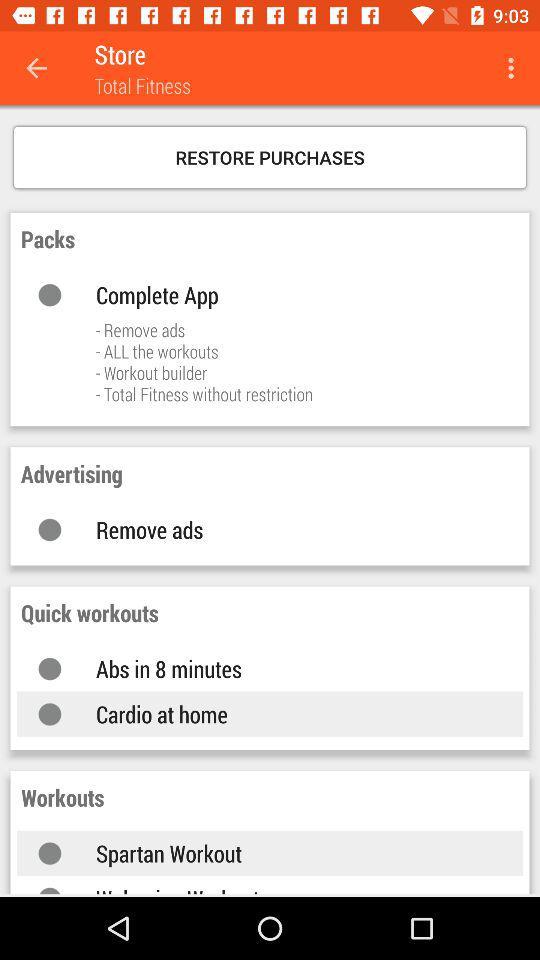 The image size is (540, 960). Describe the element at coordinates (288, 888) in the screenshot. I see `wolverine workout` at that location.